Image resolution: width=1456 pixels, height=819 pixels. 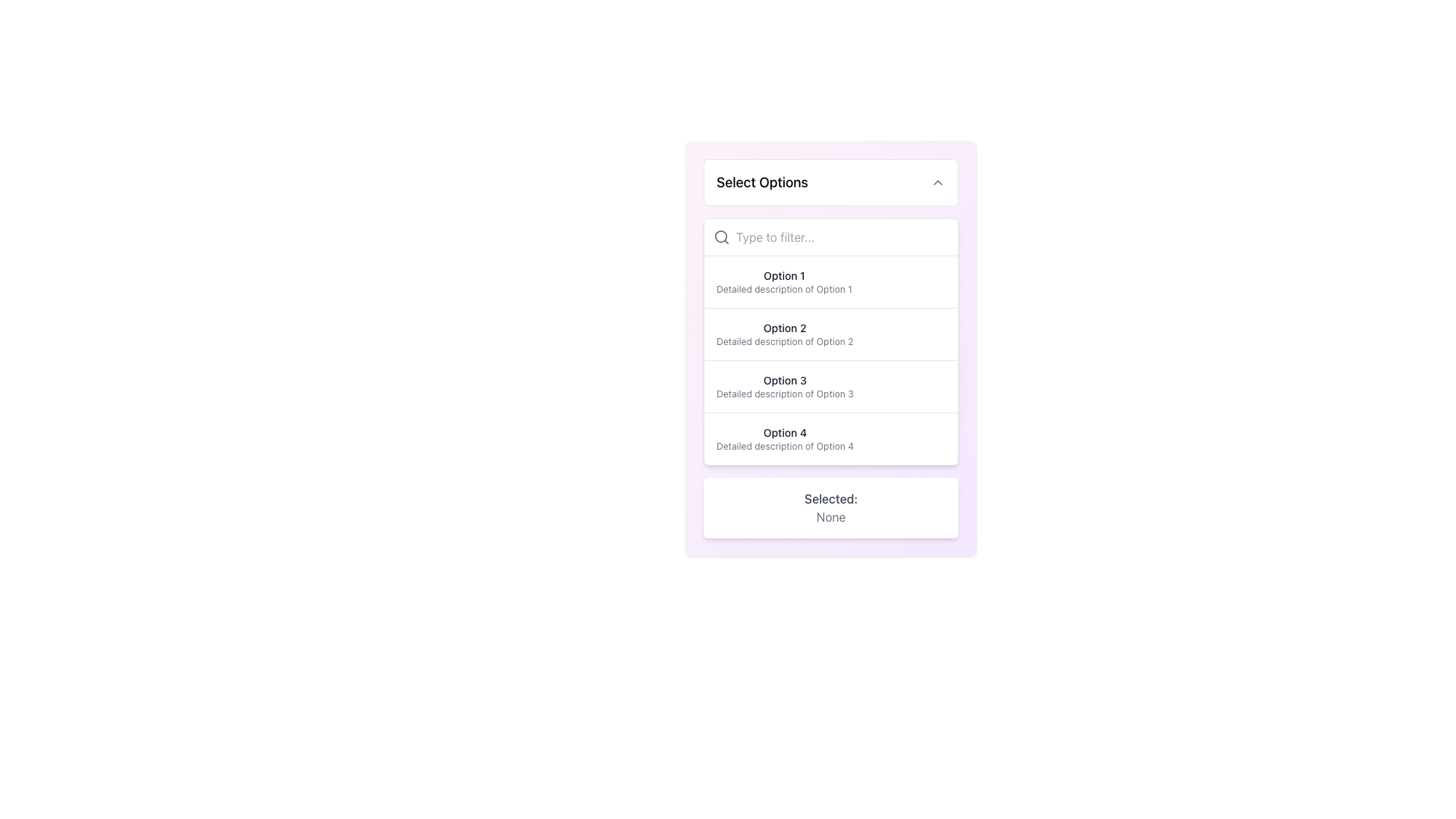 I want to click on the first selectable option in the list, labeled 'Option 1', so click(x=830, y=281).